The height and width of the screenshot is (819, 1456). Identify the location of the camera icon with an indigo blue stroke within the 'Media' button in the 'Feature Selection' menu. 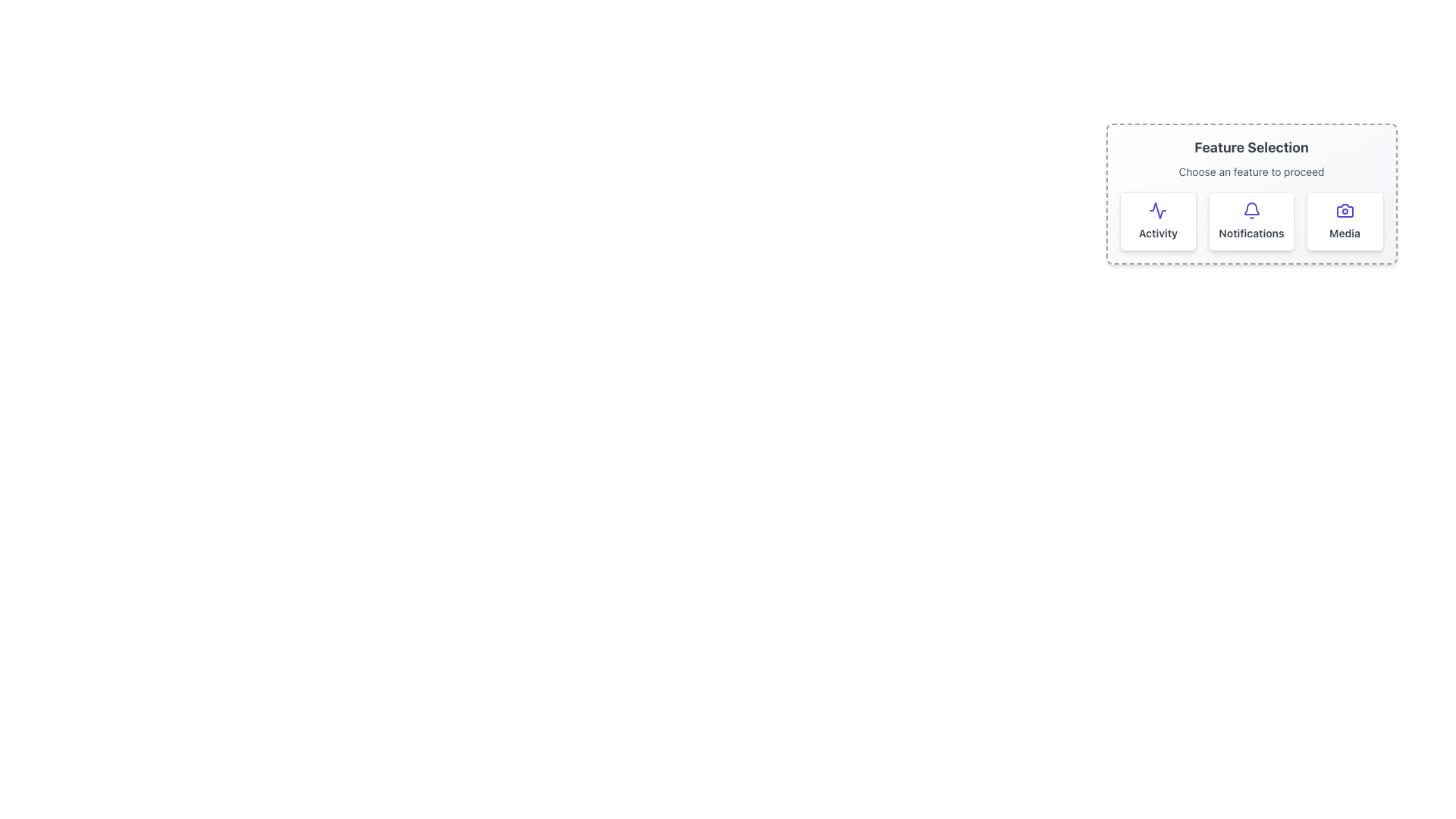
(1345, 210).